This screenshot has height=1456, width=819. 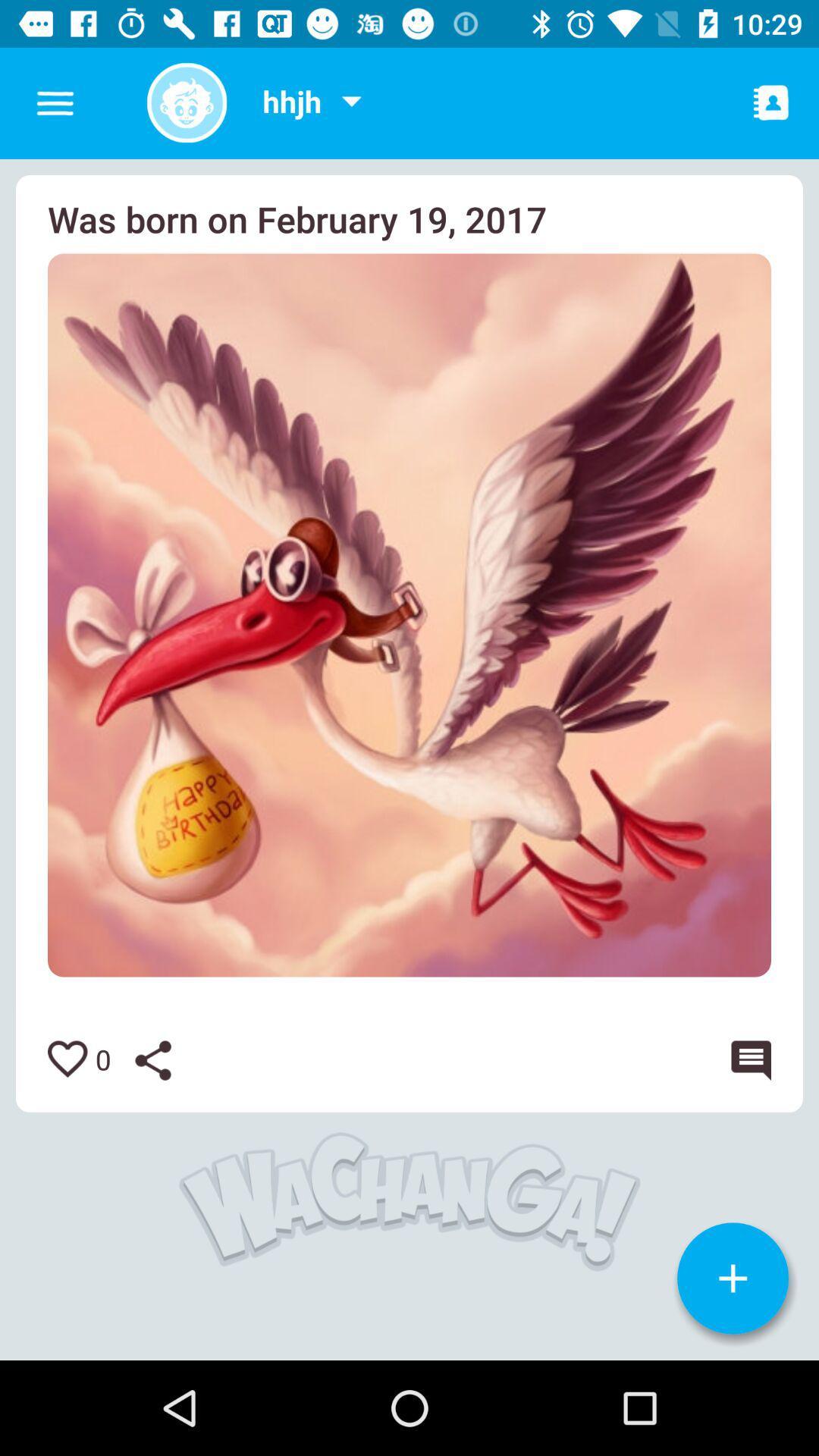 I want to click on more options, so click(x=351, y=102).